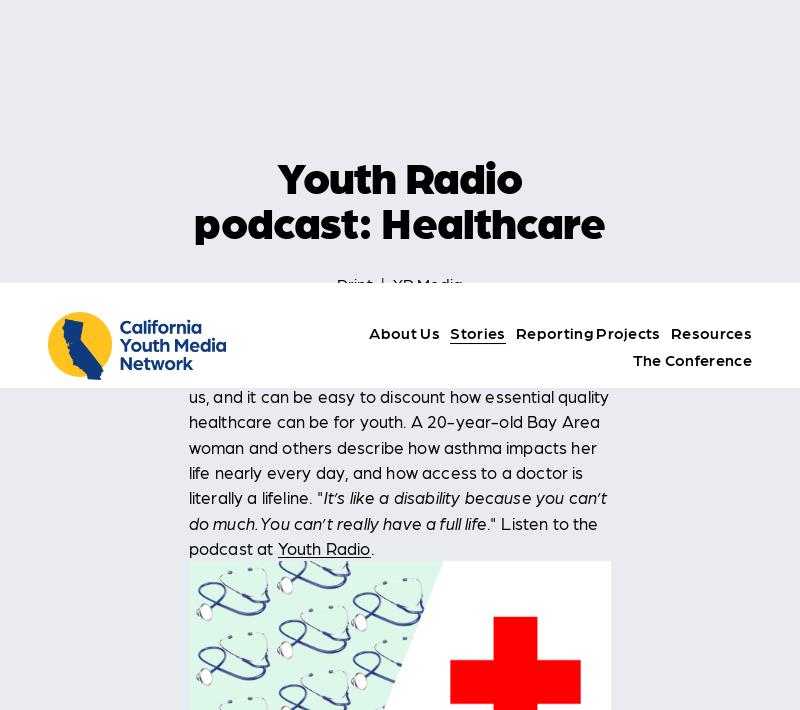 The width and height of the screenshot is (800, 710). Describe the element at coordinates (396, 121) in the screenshot. I see `'It’s like a disability because you can’t do much. You can’t really have a full life'` at that location.